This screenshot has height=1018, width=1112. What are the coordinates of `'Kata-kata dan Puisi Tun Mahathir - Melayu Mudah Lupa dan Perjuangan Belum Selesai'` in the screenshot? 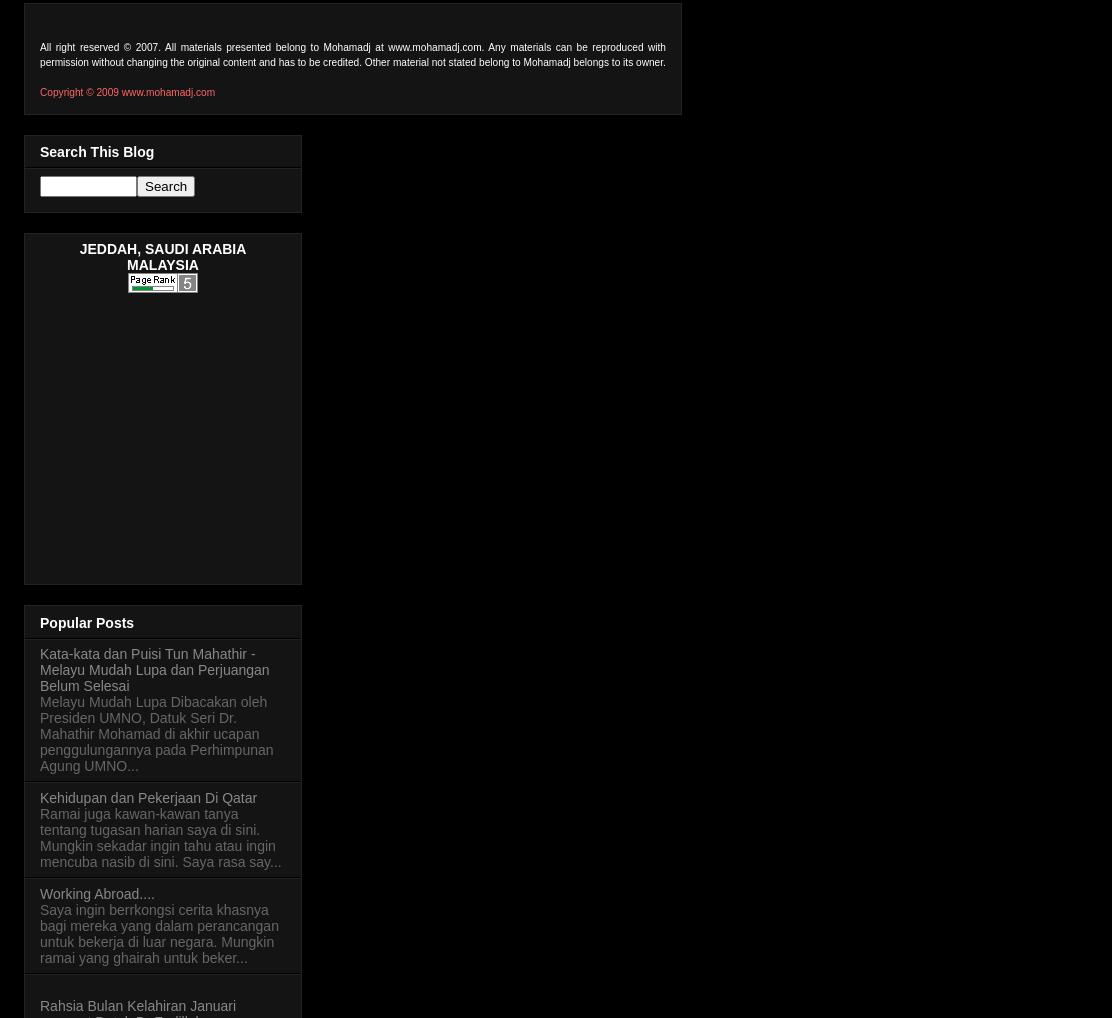 It's located at (154, 669).